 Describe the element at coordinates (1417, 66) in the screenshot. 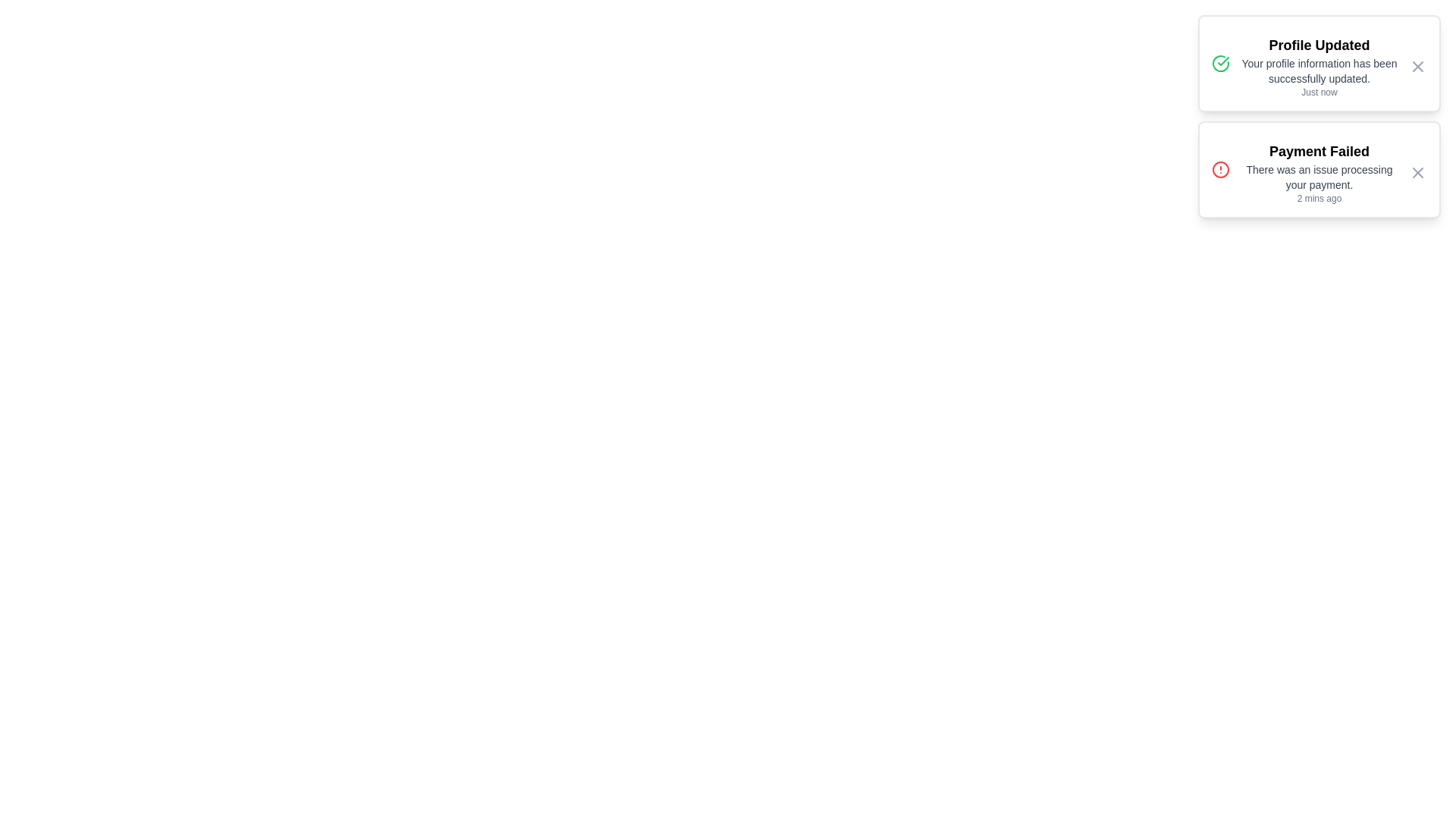

I see `the close button of the notification to dismiss it` at that location.